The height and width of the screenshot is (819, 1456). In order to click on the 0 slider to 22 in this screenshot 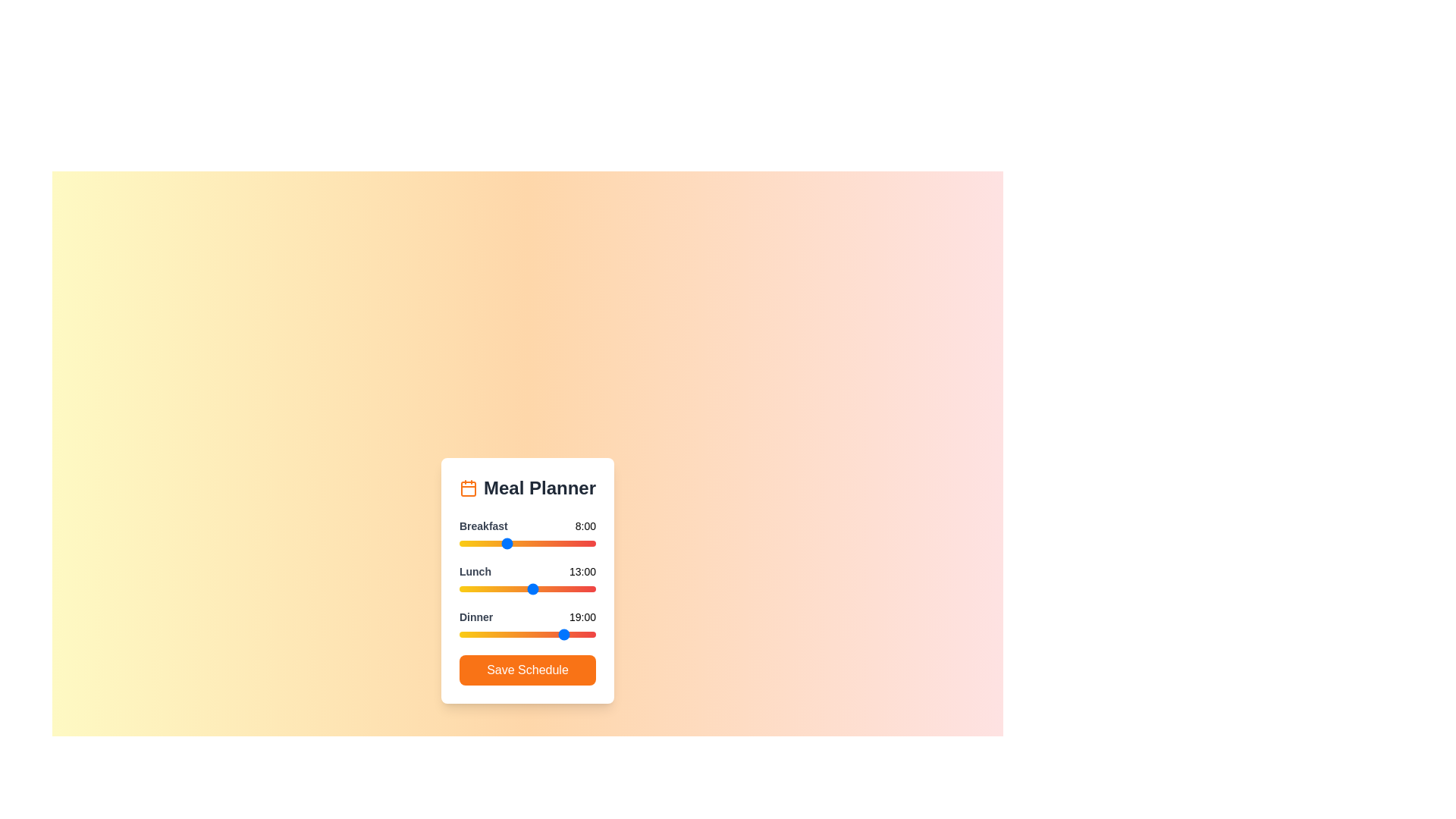, I will do `click(584, 543)`.